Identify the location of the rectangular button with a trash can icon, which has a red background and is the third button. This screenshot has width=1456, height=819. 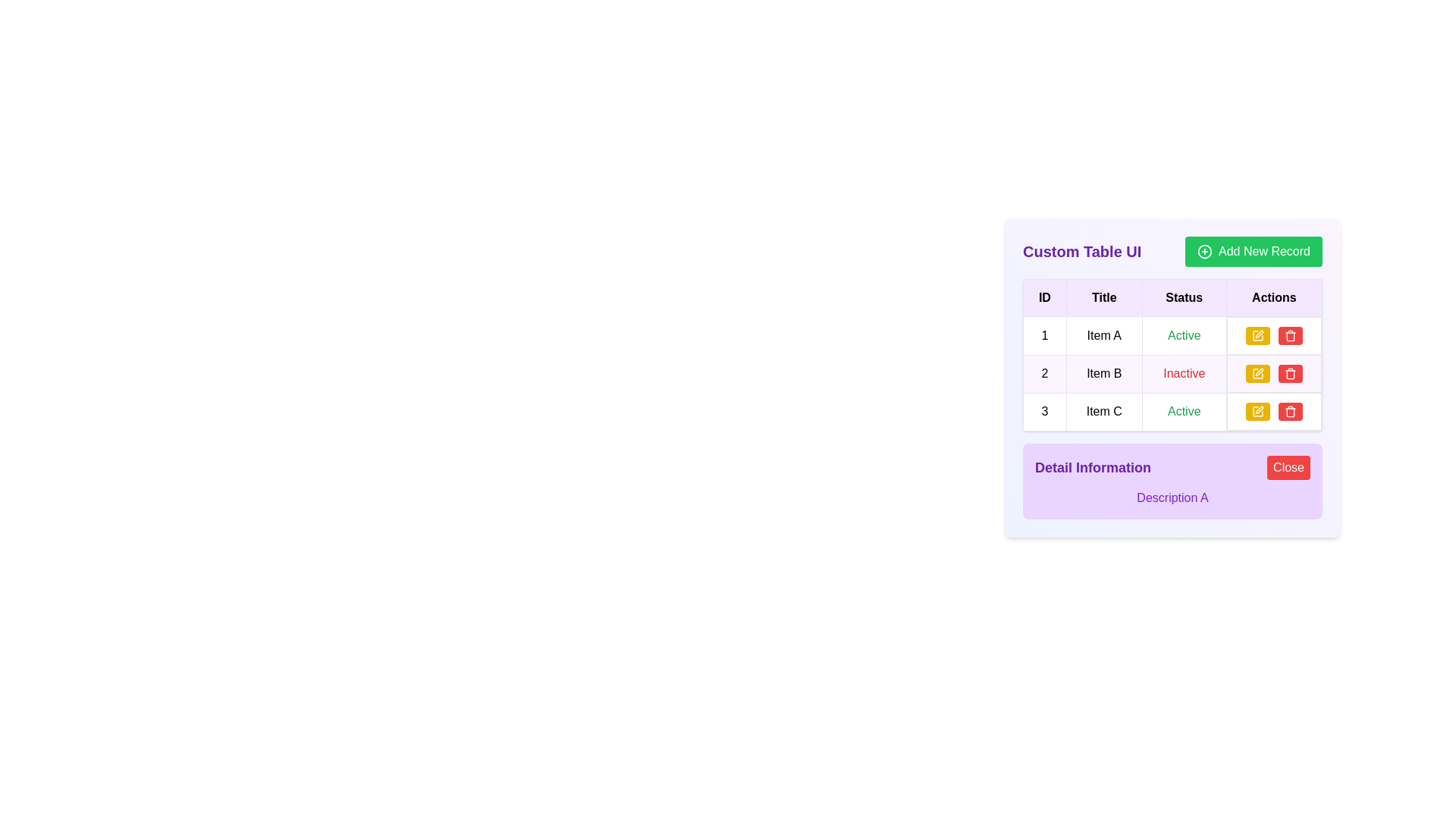
(1290, 412).